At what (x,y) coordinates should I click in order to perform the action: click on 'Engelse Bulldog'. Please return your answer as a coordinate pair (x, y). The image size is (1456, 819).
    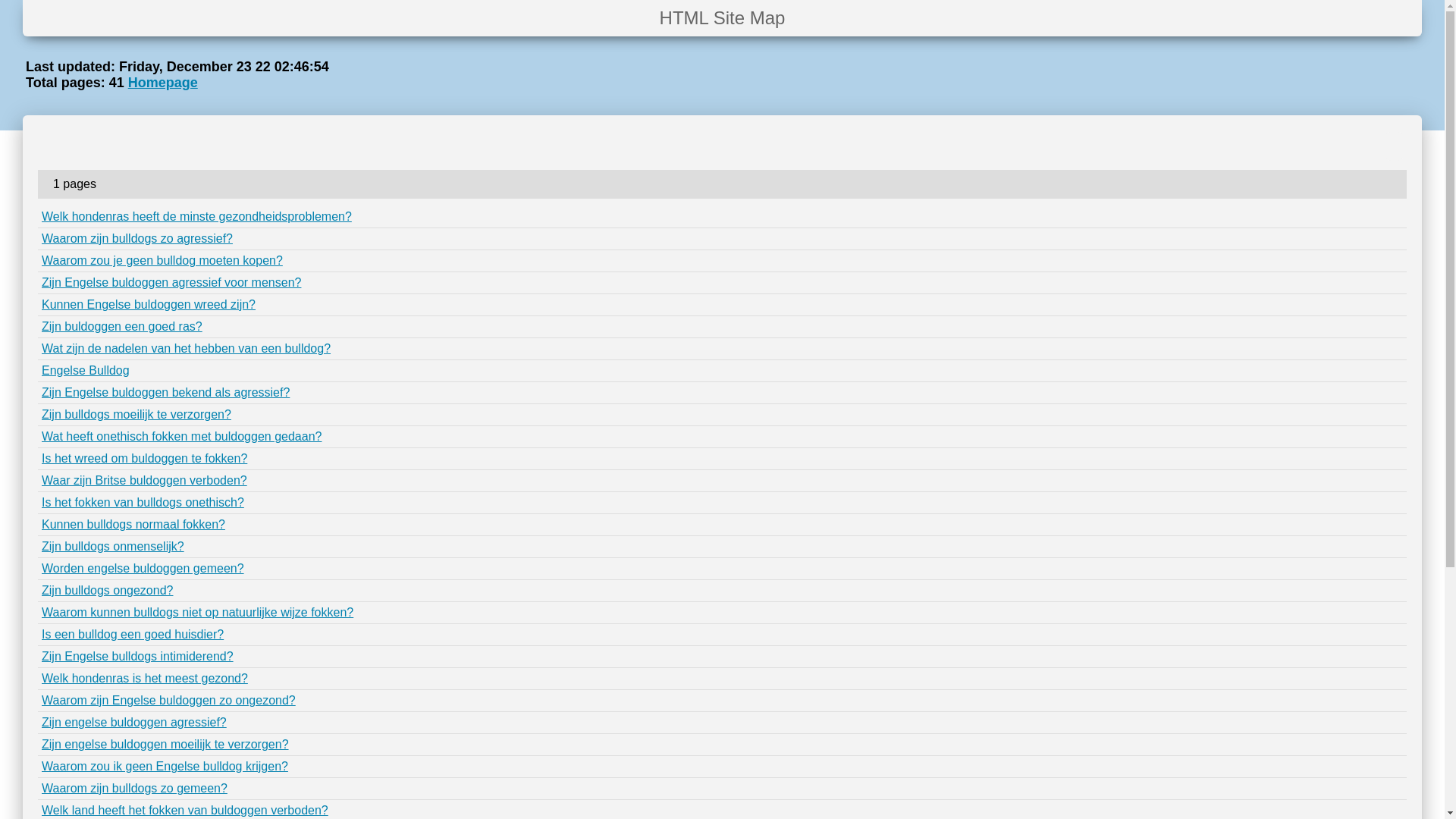
    Looking at the image, I should click on (85, 370).